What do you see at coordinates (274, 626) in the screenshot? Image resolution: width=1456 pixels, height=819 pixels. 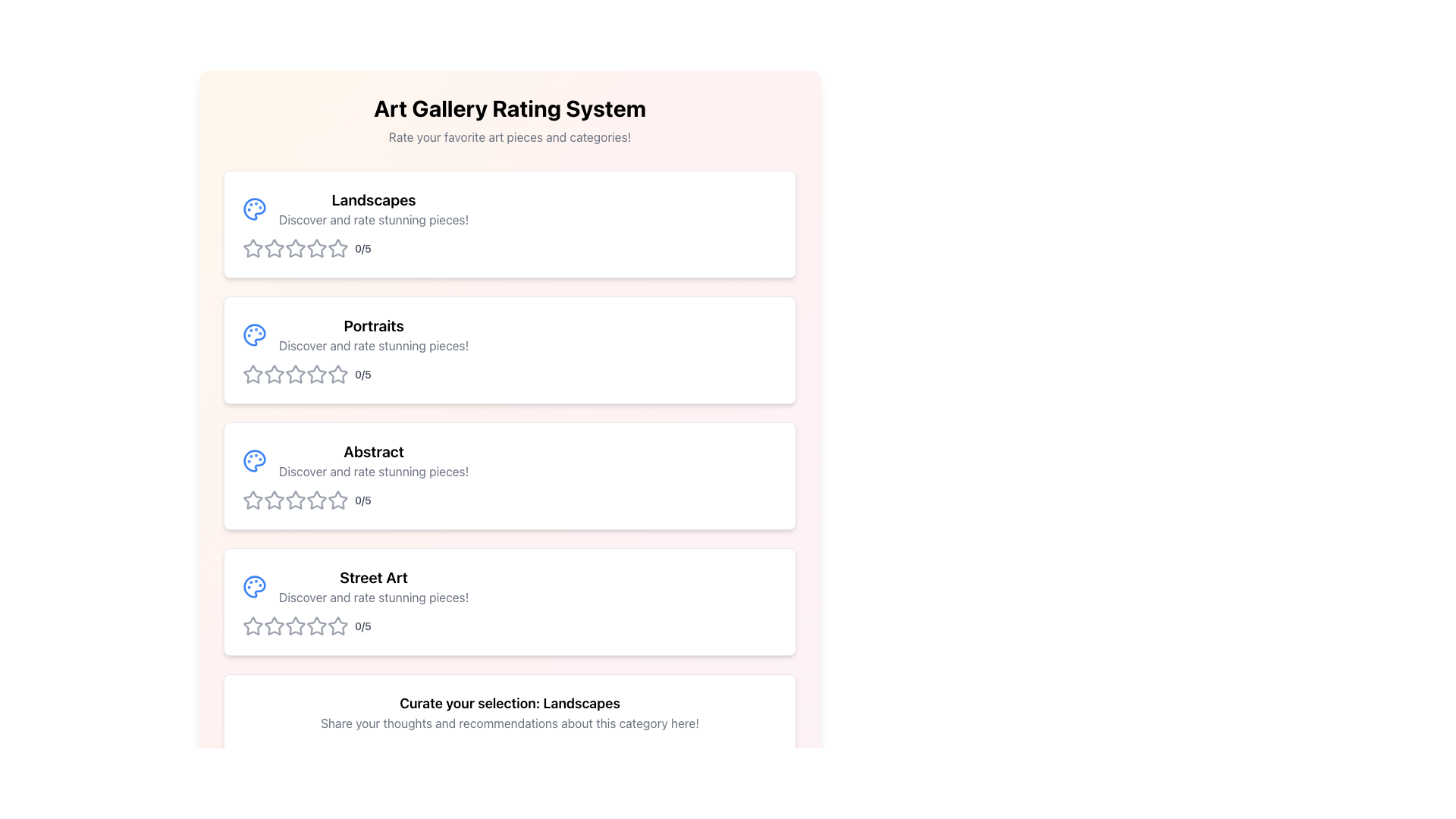 I see `the third star in the rating system labeled 'Street Art'` at bounding box center [274, 626].